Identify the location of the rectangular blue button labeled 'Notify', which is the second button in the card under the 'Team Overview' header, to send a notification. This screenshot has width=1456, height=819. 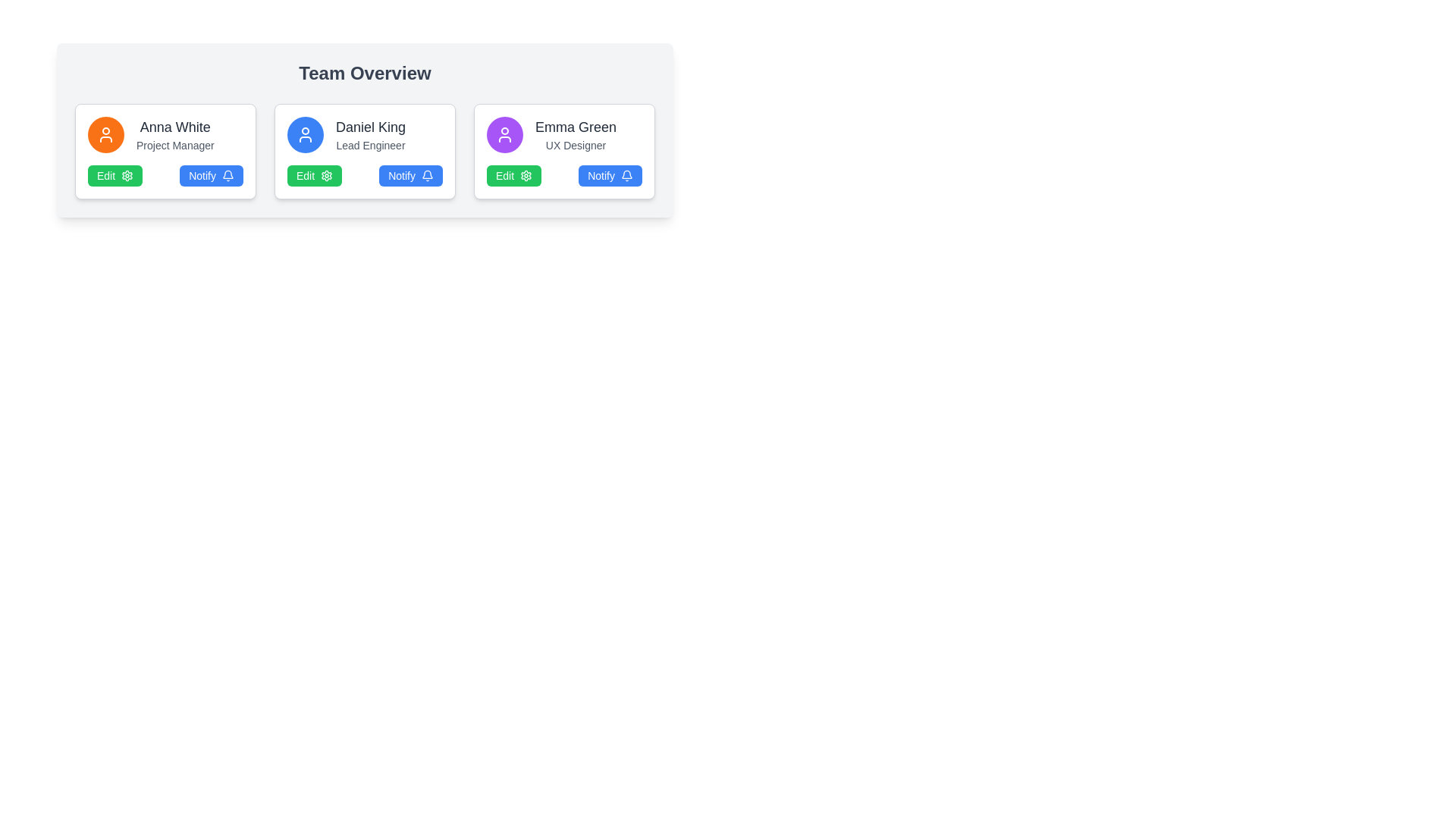
(411, 174).